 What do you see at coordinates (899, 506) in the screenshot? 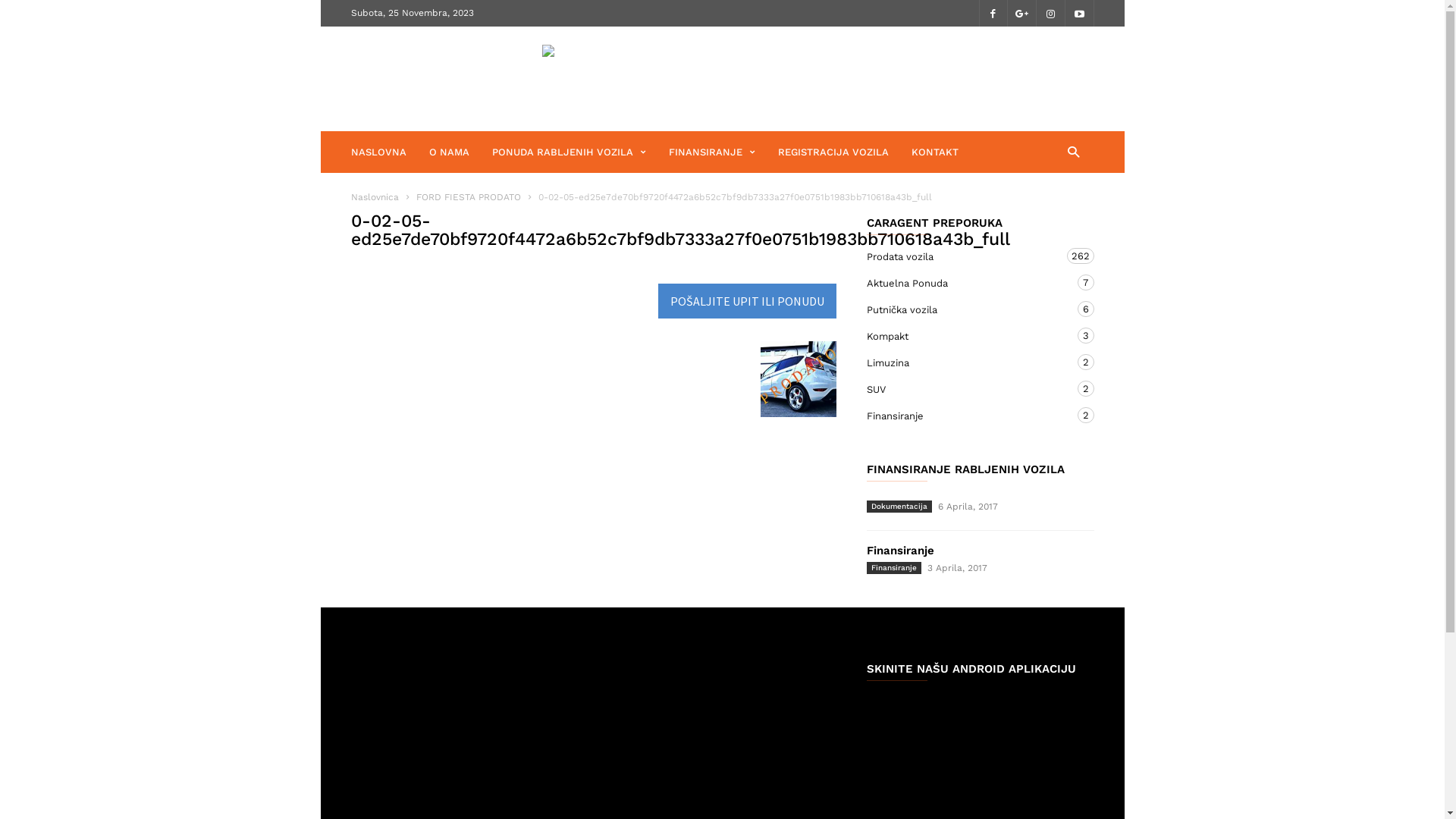
I see `'Dokumentacija'` at bounding box center [899, 506].